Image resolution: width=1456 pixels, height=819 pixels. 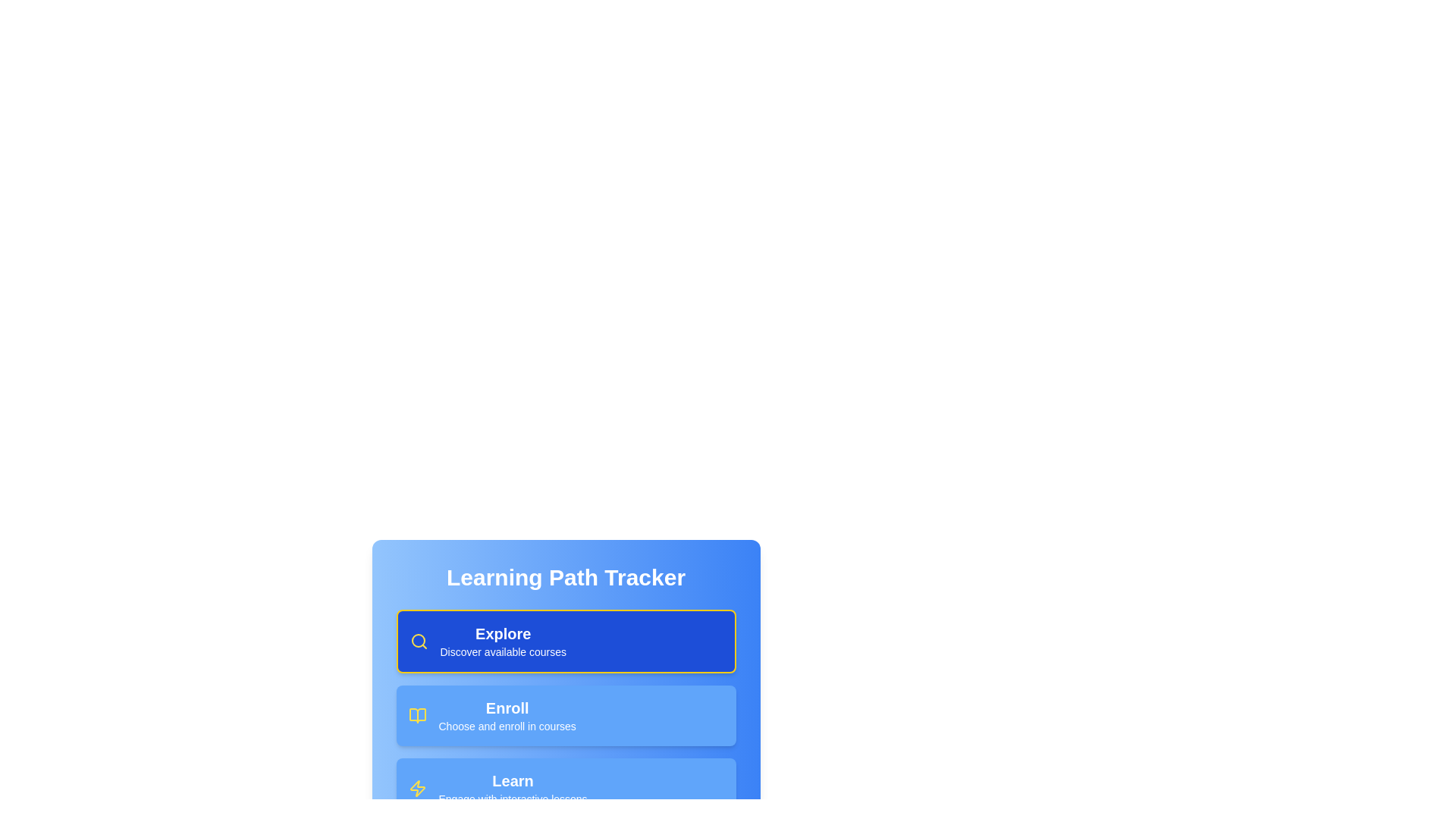 I want to click on the small yellow open book icon located to the left of the 'Enroll' button, which is labeled 'Choose and enroll in courses', so click(x=417, y=716).